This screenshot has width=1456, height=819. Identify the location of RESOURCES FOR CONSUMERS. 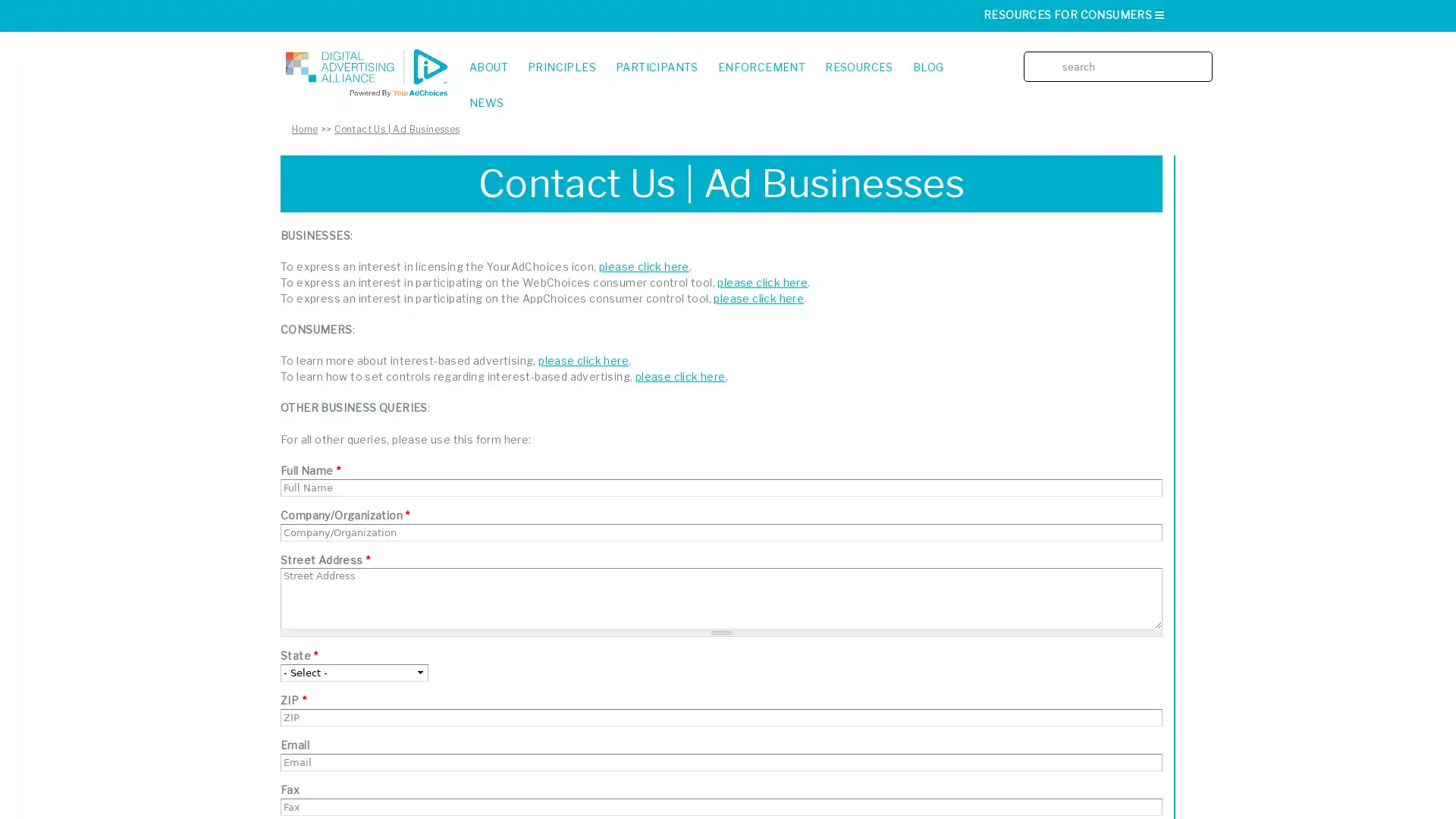
(1074, 14).